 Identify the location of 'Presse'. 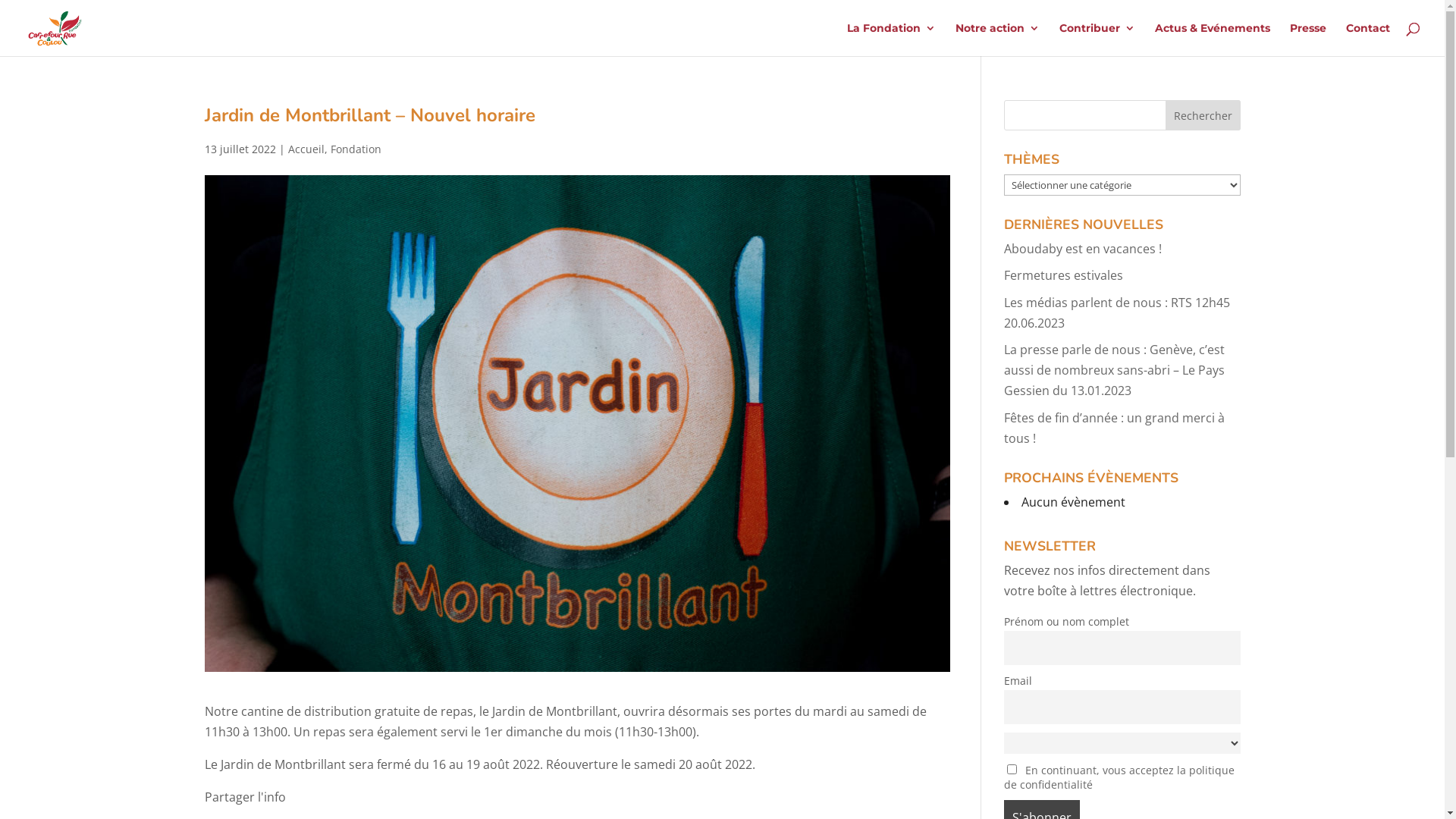
(1307, 38).